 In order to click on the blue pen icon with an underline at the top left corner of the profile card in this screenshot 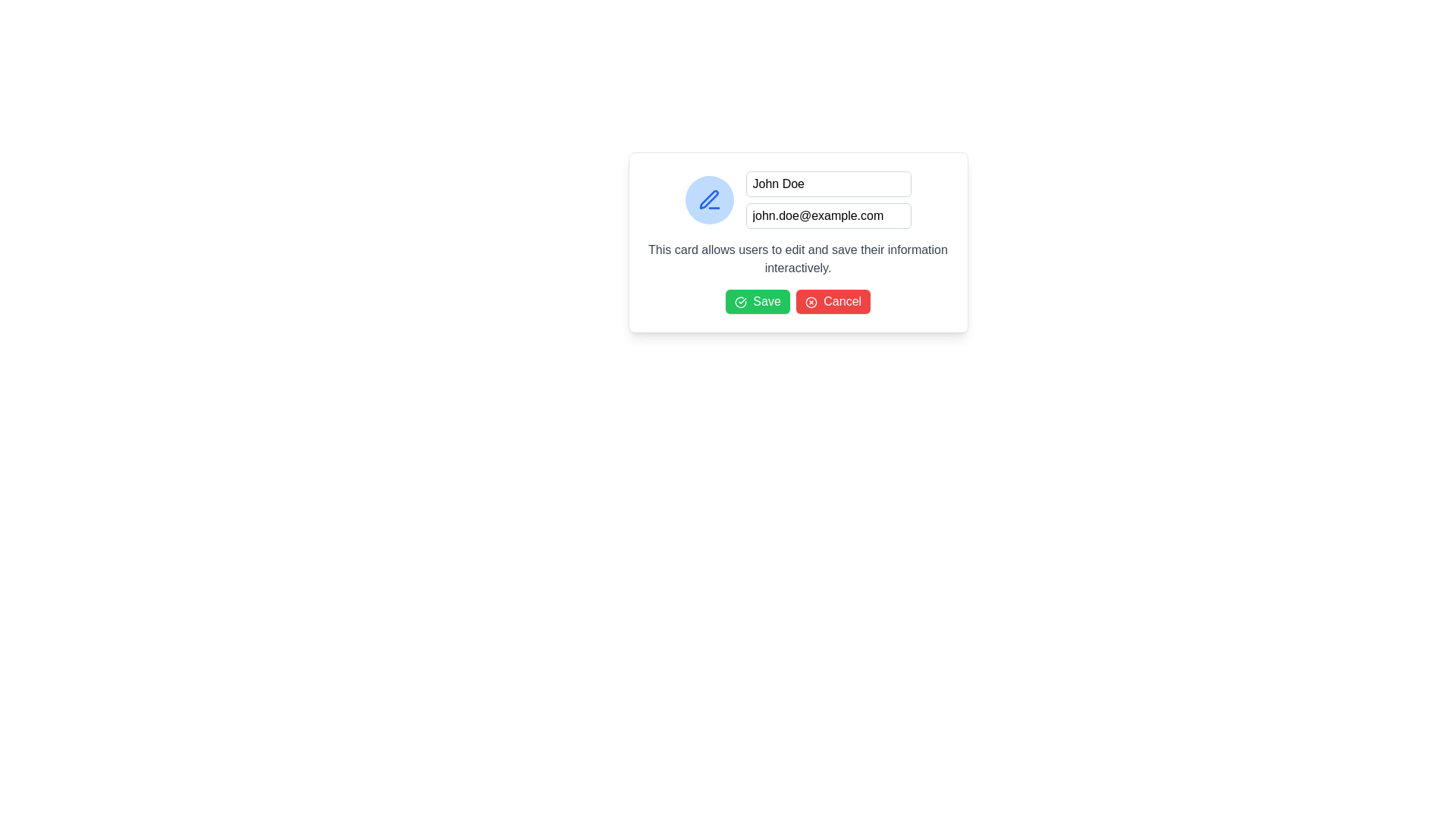, I will do `click(708, 199)`.